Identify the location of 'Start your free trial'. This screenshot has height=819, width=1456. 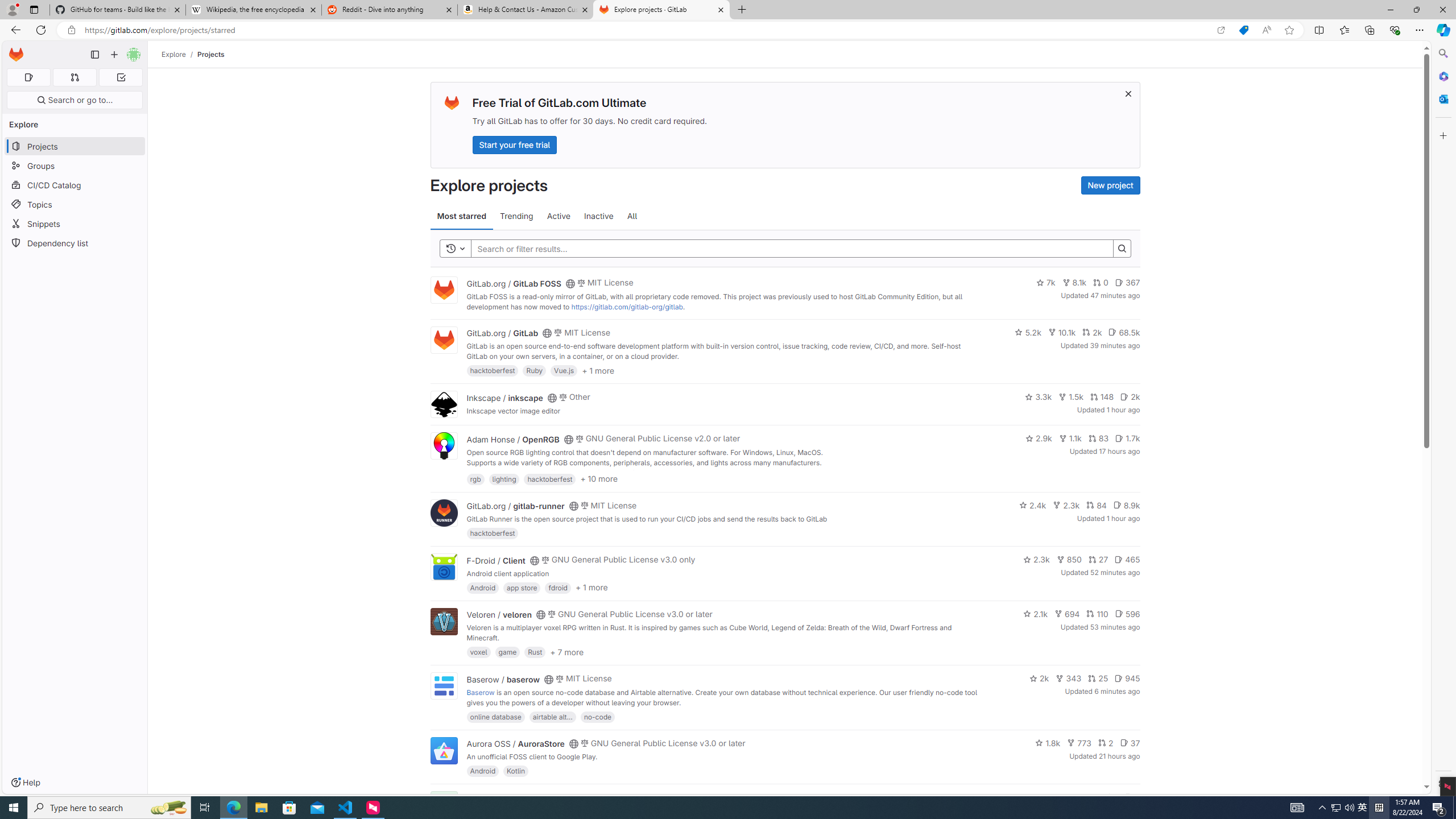
(514, 144).